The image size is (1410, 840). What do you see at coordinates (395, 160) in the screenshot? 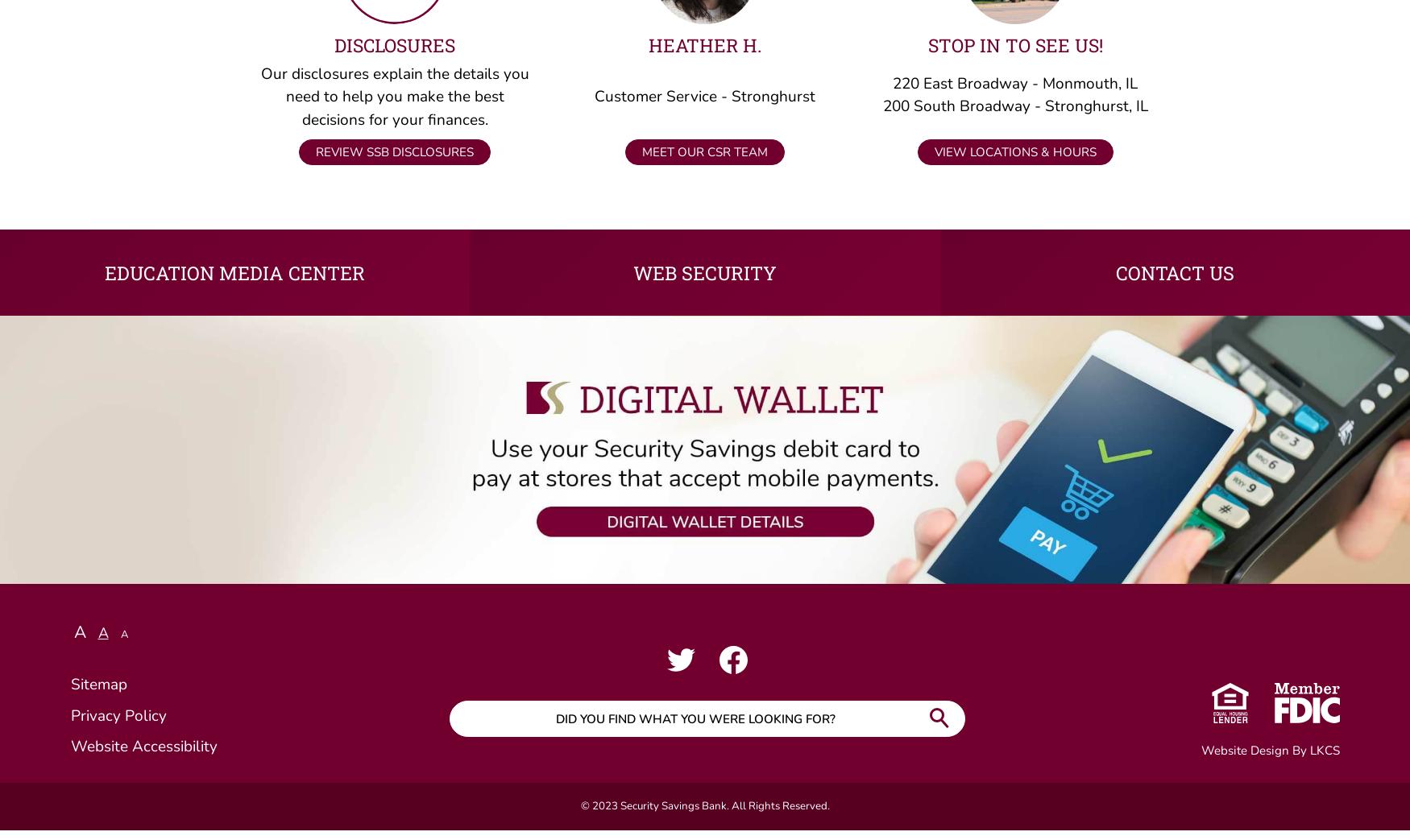
I see `'Review SSB Disclosures'` at bounding box center [395, 160].